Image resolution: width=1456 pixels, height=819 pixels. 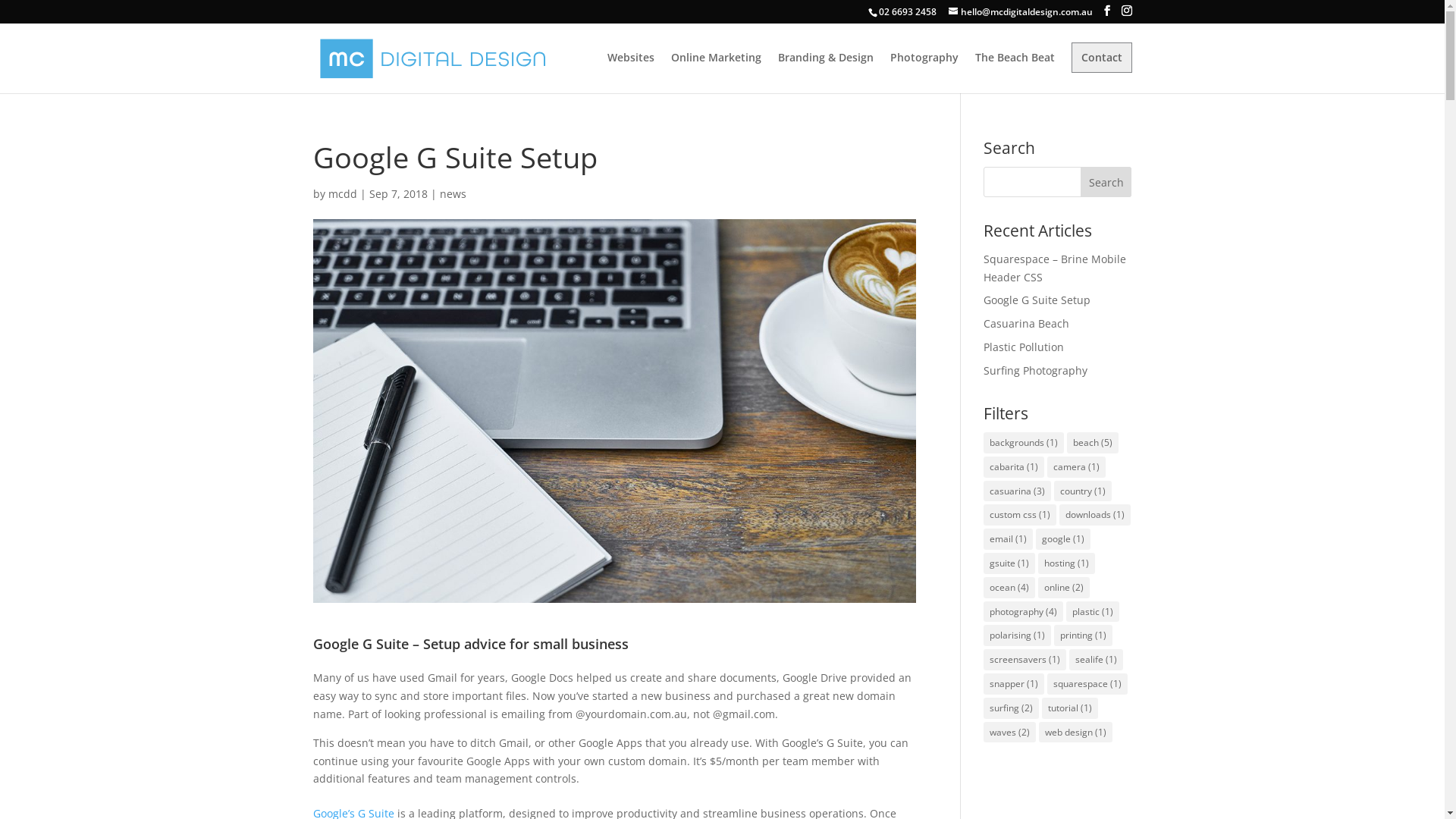 What do you see at coordinates (1065, 442) in the screenshot?
I see `'beach (5)'` at bounding box center [1065, 442].